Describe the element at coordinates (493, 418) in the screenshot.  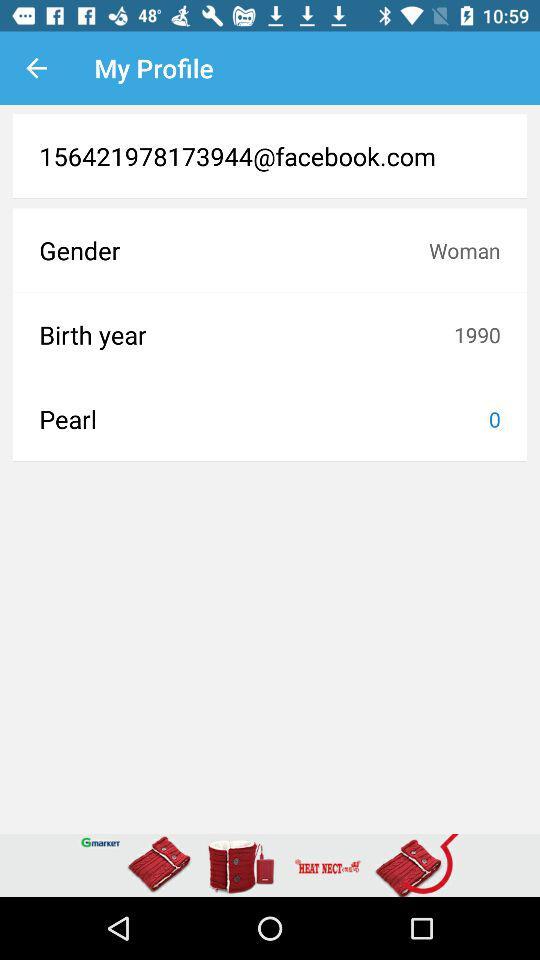
I see `the 0` at that location.